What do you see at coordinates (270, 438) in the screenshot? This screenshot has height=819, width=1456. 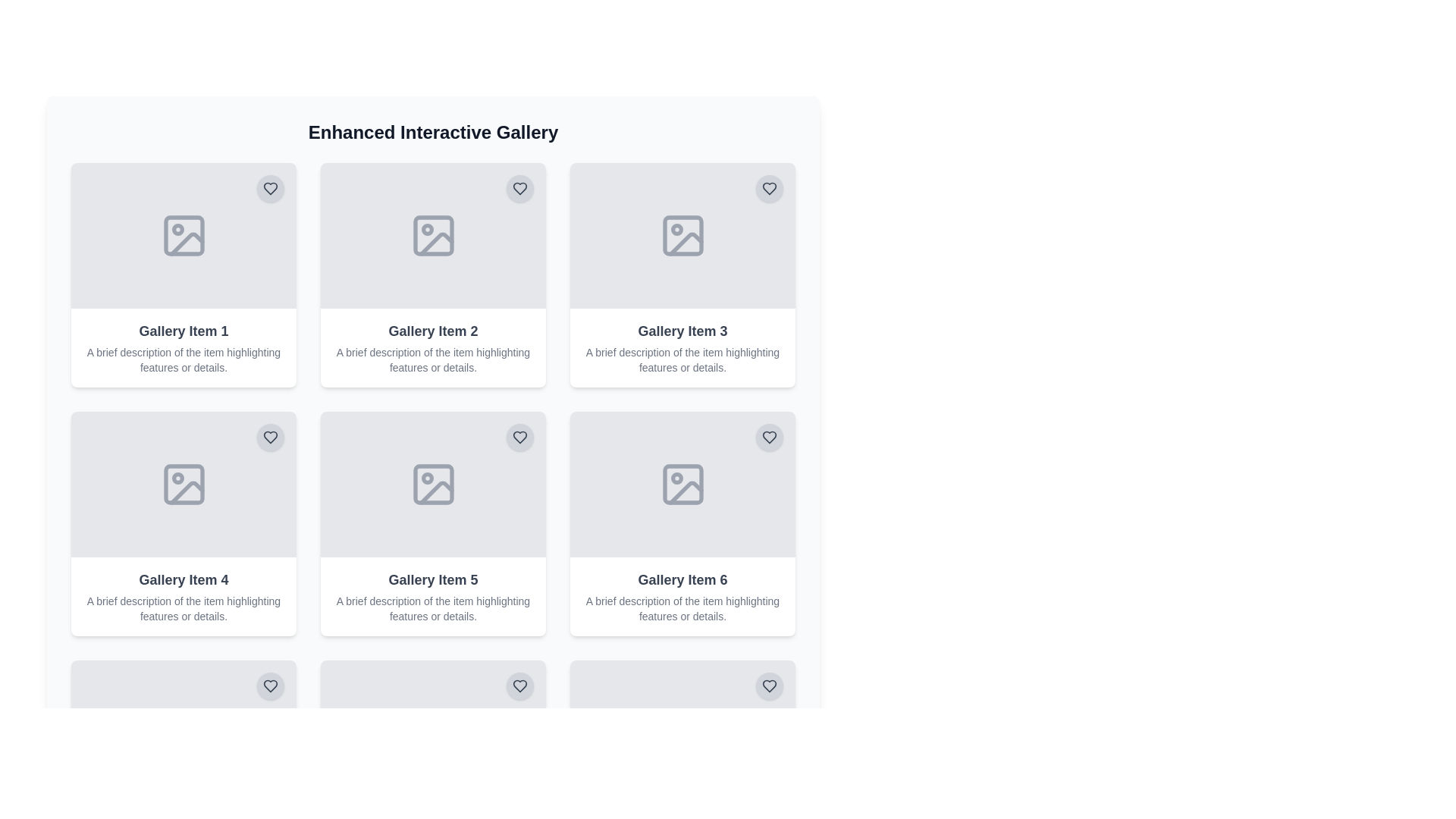 I see `the heart icon located in the top-right corner of the tile labeled 'Gallery Item 4' to mark the item as a favorite` at bounding box center [270, 438].